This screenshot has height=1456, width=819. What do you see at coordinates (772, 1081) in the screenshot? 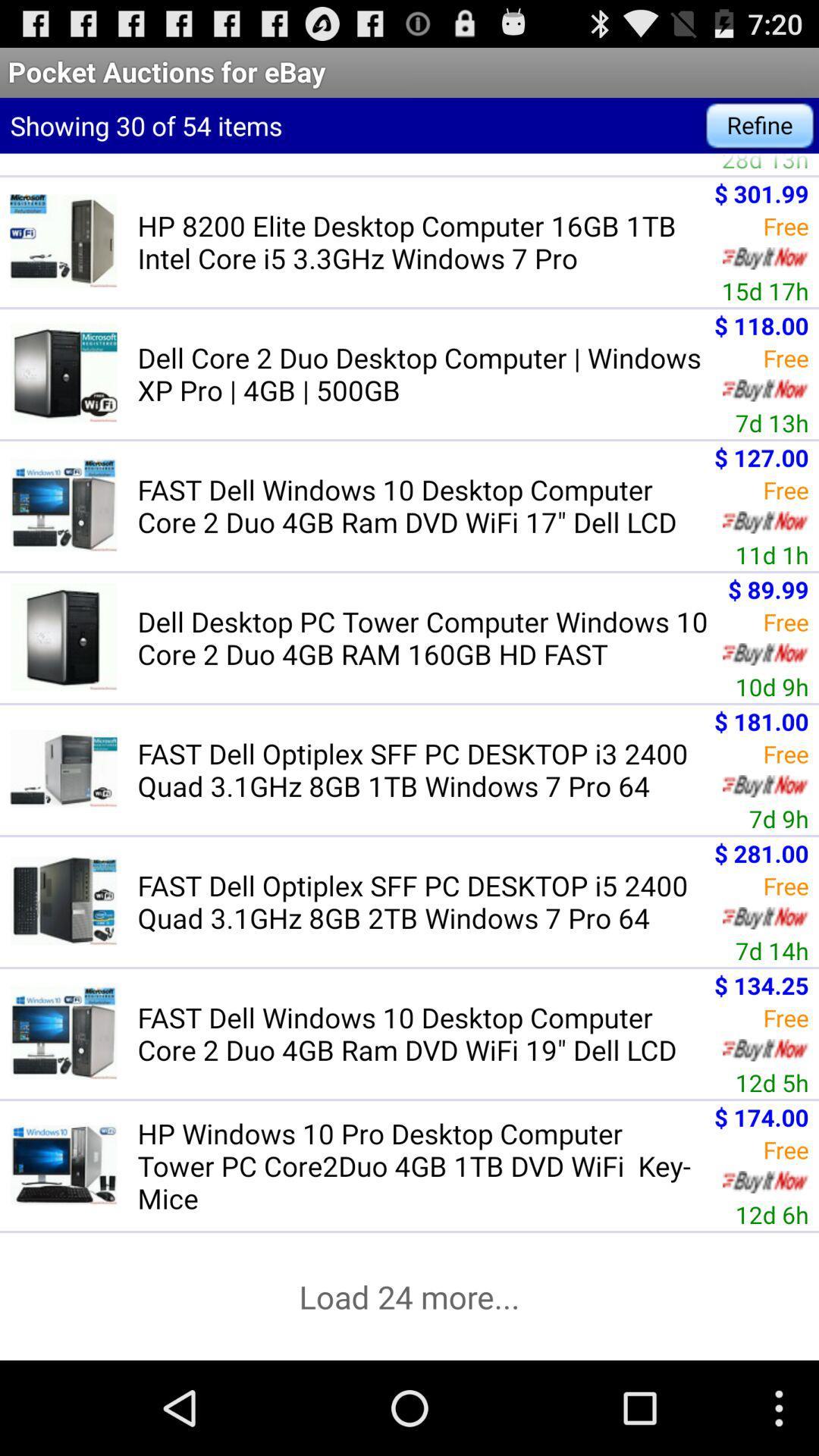
I see `12d 5h app` at bounding box center [772, 1081].